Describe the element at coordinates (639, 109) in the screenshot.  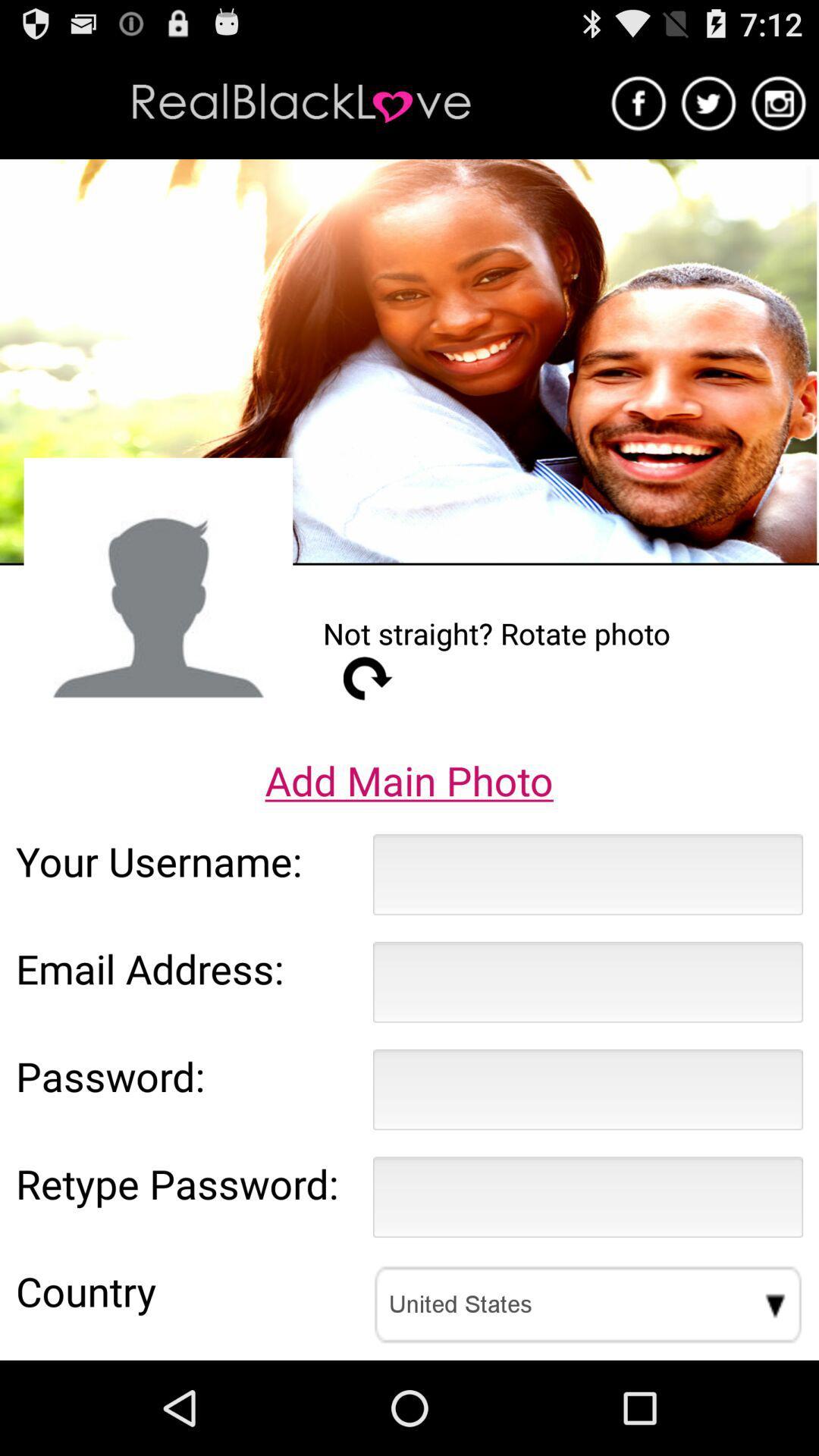
I see `the facebook icon` at that location.